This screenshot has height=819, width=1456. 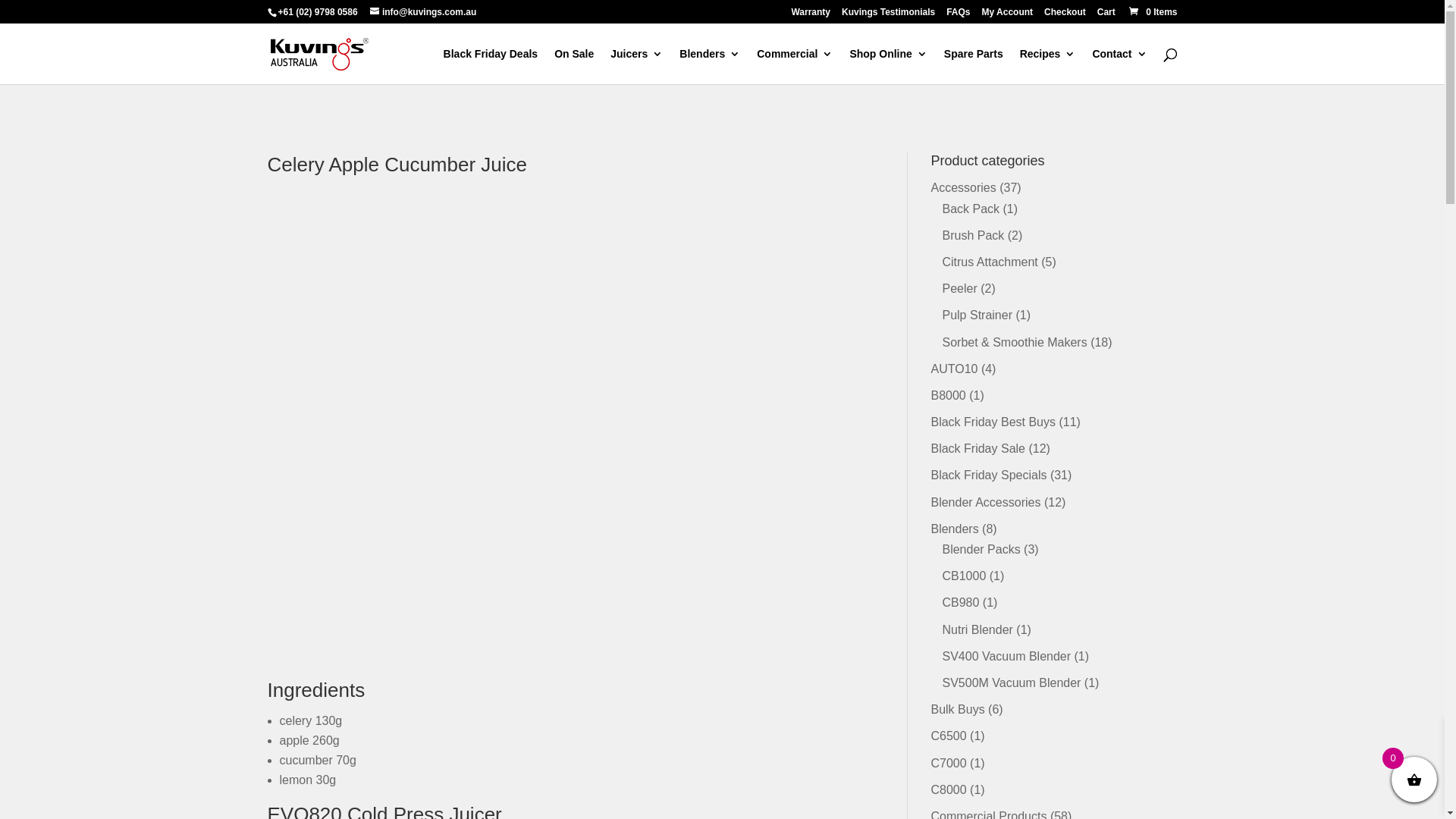 What do you see at coordinates (636, 65) in the screenshot?
I see `'Juicers'` at bounding box center [636, 65].